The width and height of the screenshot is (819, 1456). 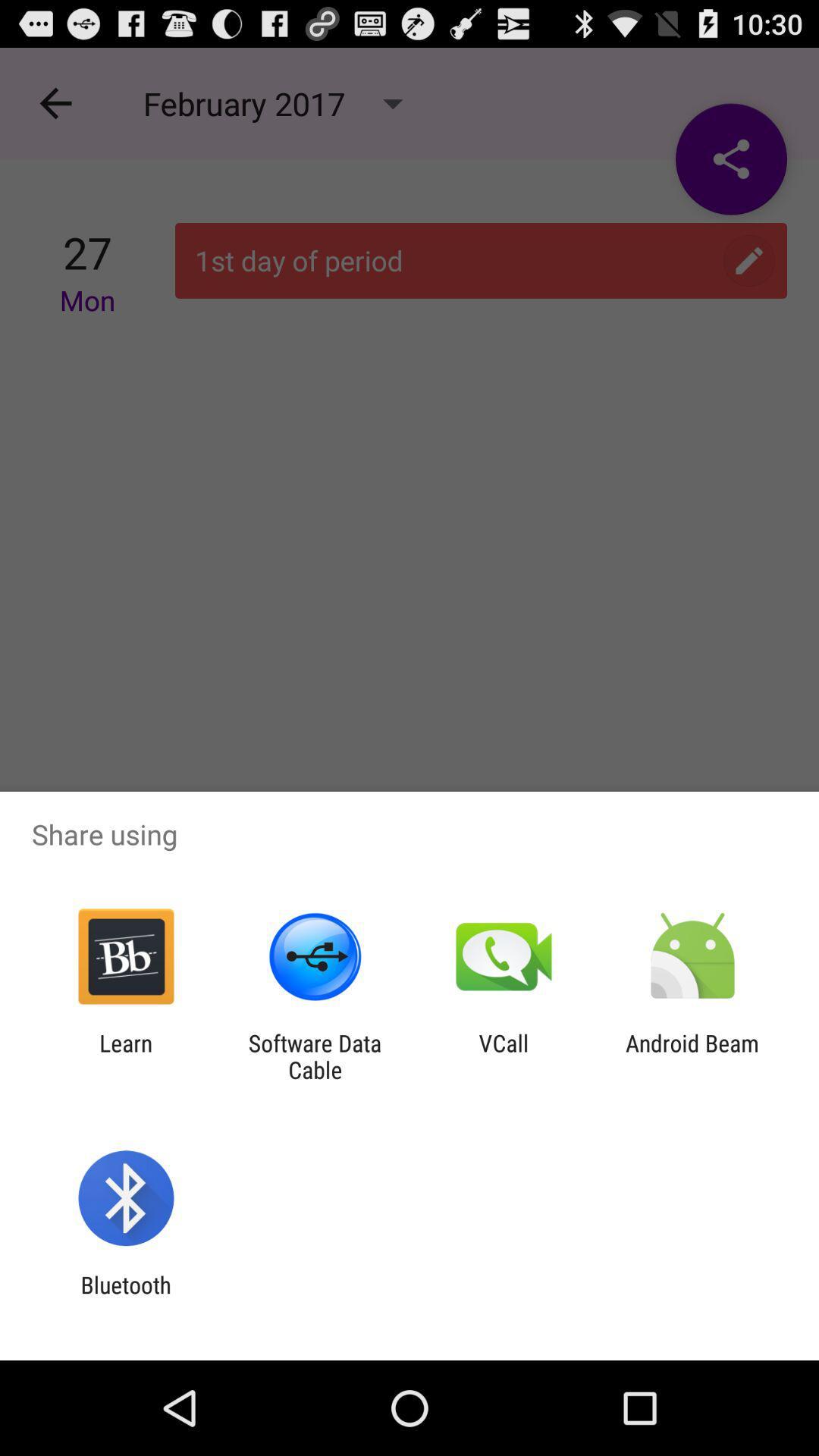 I want to click on app next to the android beam icon, so click(x=504, y=1056).